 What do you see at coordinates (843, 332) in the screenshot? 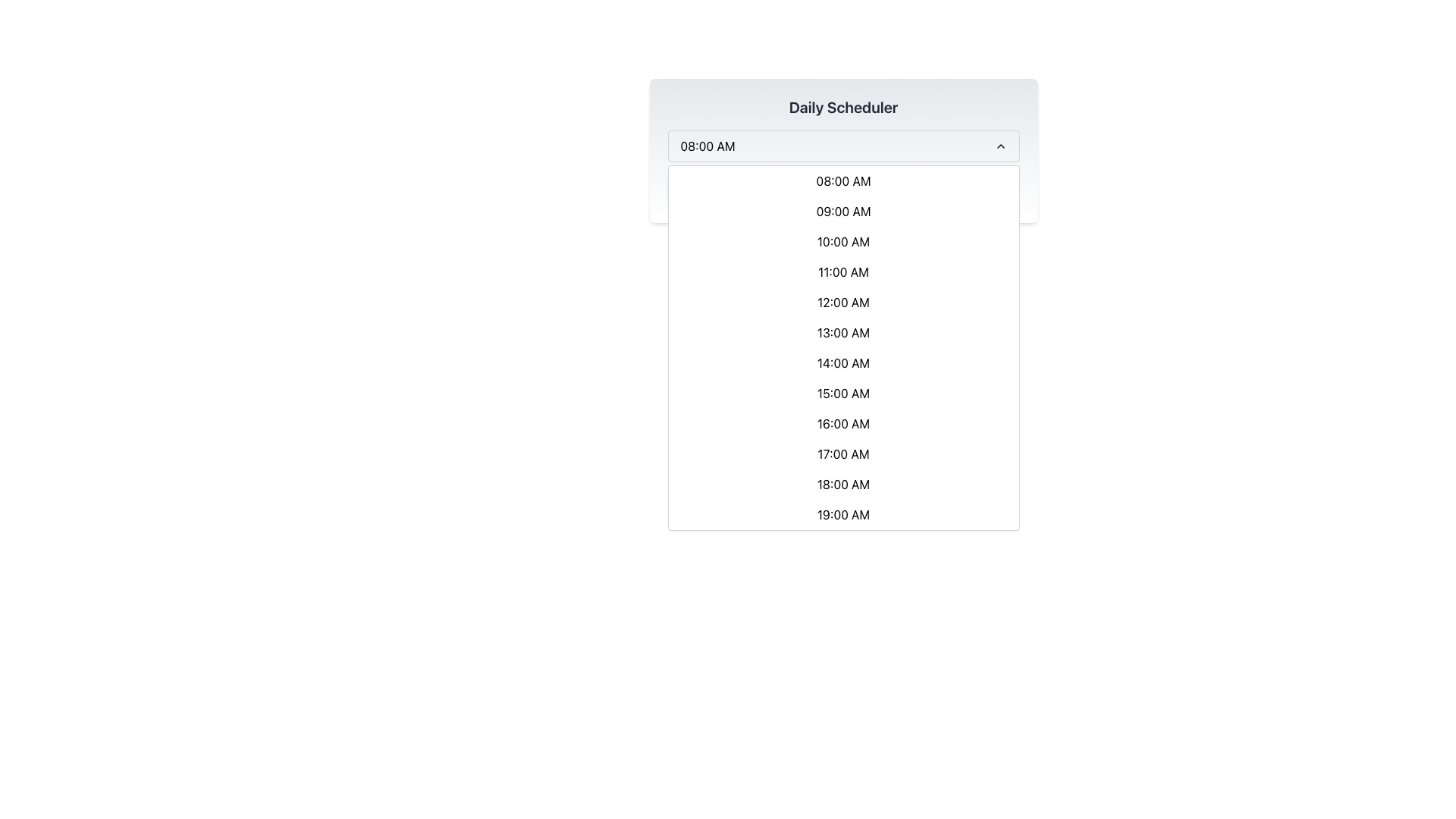
I see `the selectable dropdown menu item labeled '13:00 AM'` at bounding box center [843, 332].